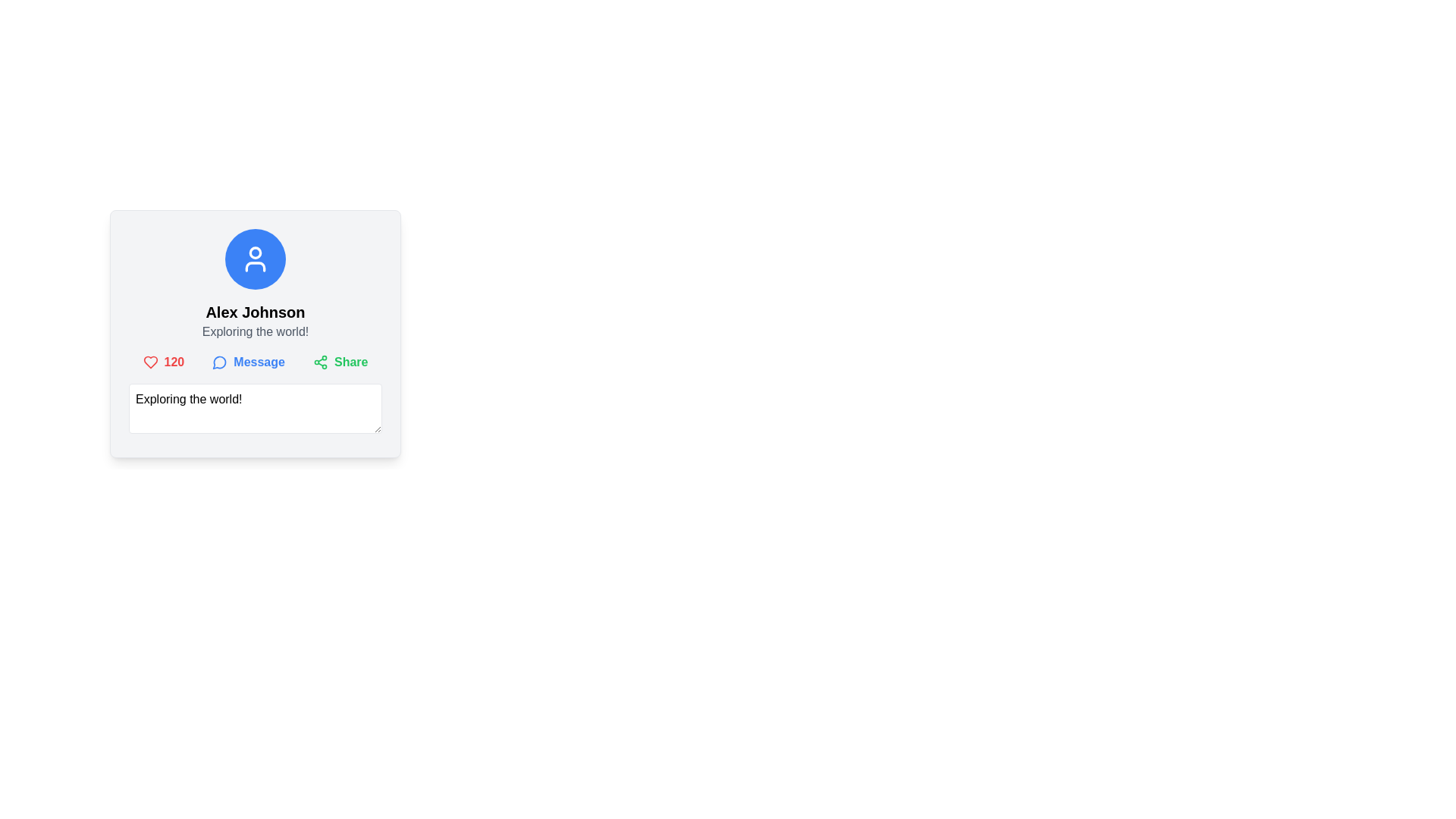  I want to click on the icon component representing the user's profile avatar, which is a simplified line-drawn graphic of shoulders and head within a circular blue background, located at the top-center of the user profile card, so click(255, 265).